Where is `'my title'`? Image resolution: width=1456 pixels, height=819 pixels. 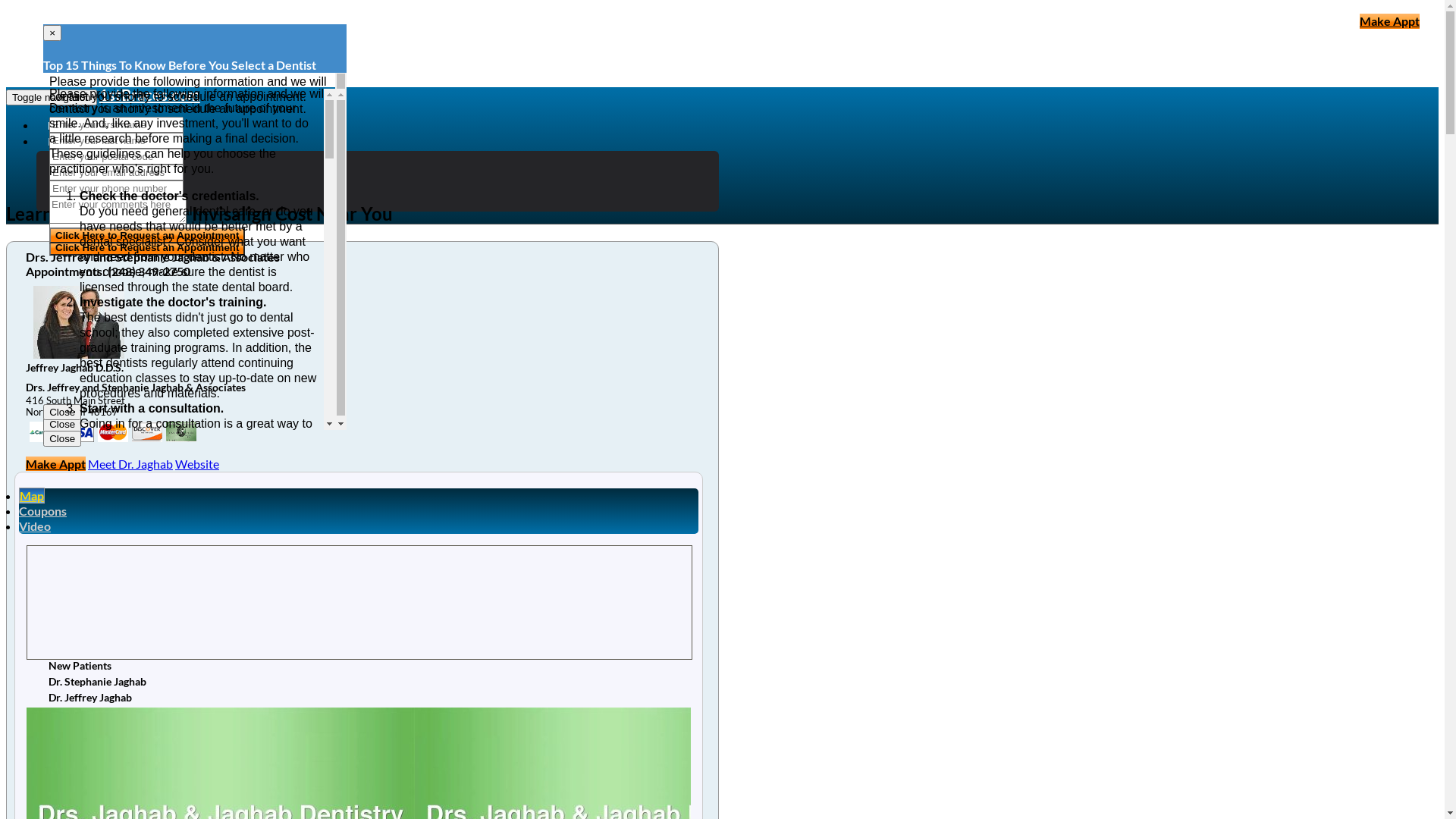
'my title' is located at coordinates (44, 431).